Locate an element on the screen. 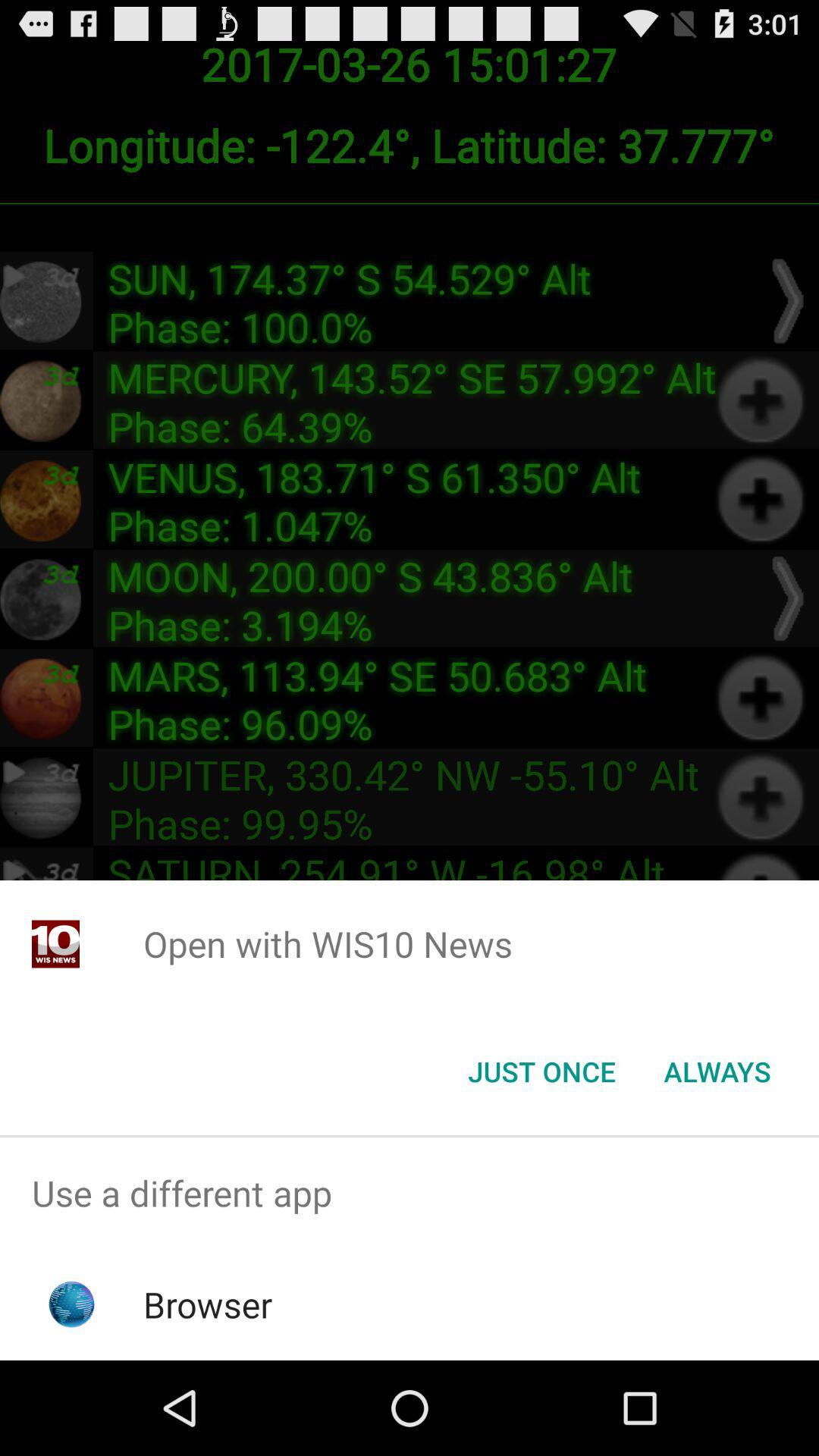 The height and width of the screenshot is (1456, 819). the always is located at coordinates (717, 1070).